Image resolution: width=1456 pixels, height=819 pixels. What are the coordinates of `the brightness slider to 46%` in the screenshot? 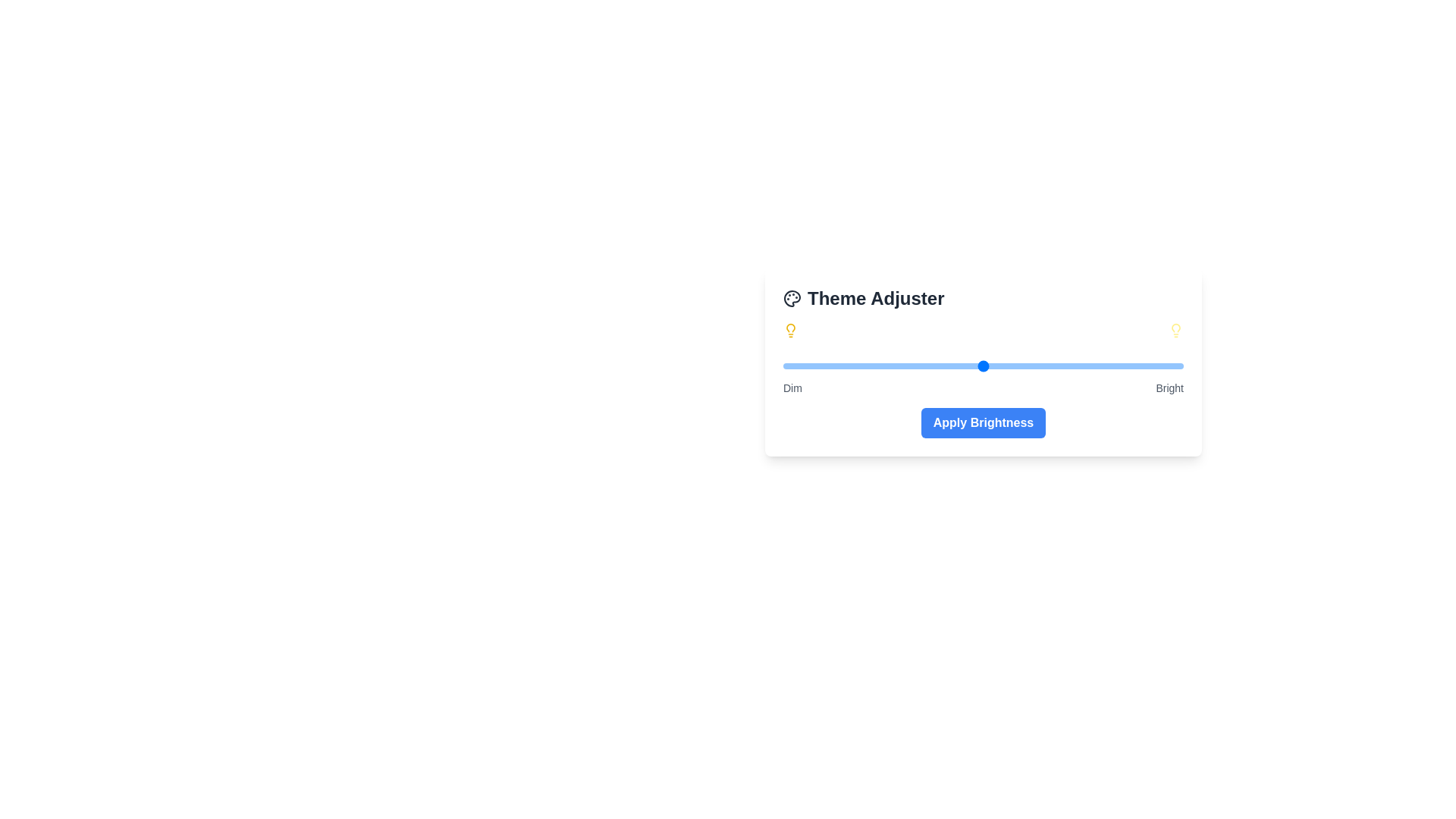 It's located at (966, 366).